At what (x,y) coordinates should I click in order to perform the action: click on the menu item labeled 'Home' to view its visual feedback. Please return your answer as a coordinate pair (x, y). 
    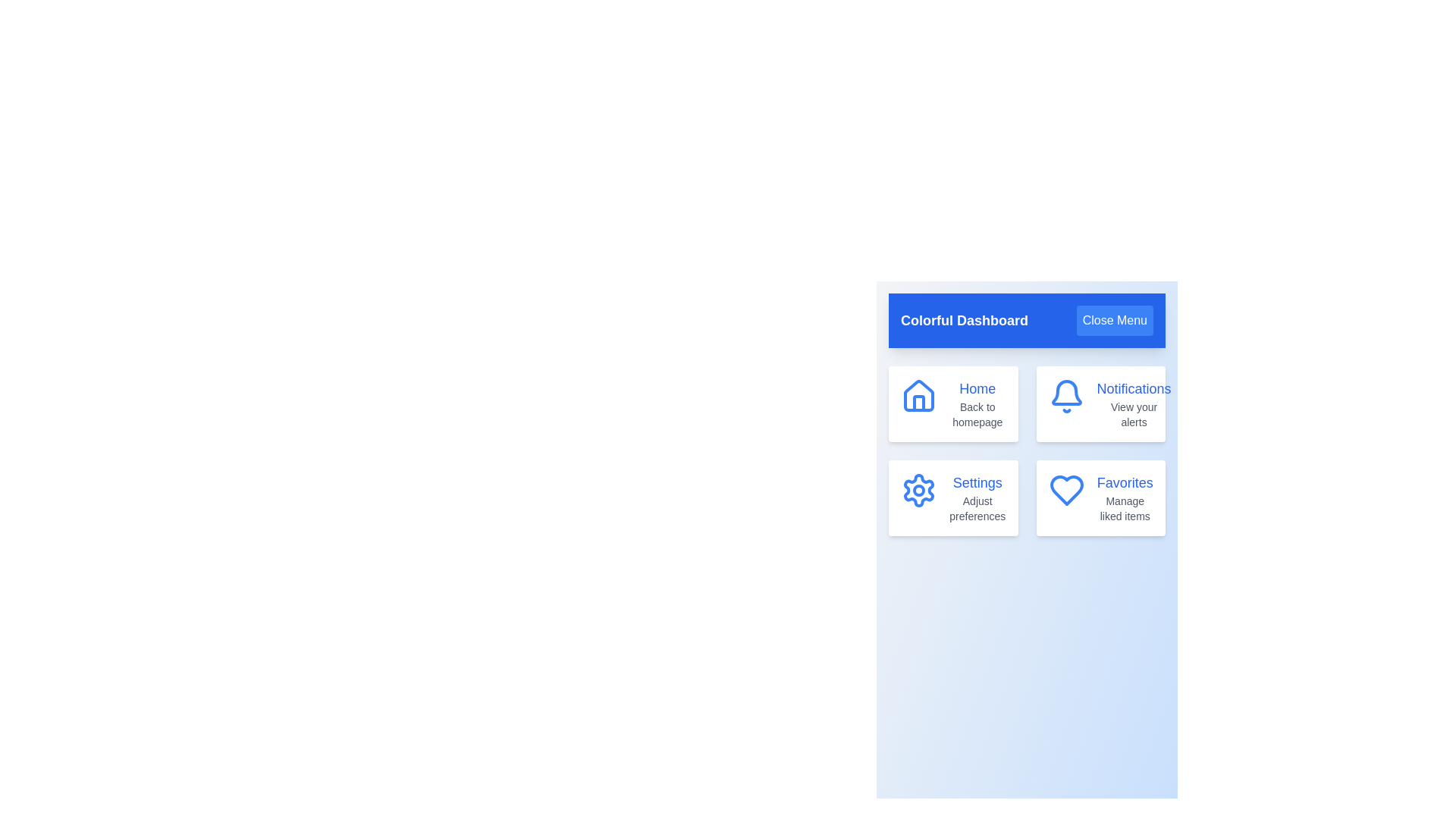
    Looking at the image, I should click on (952, 403).